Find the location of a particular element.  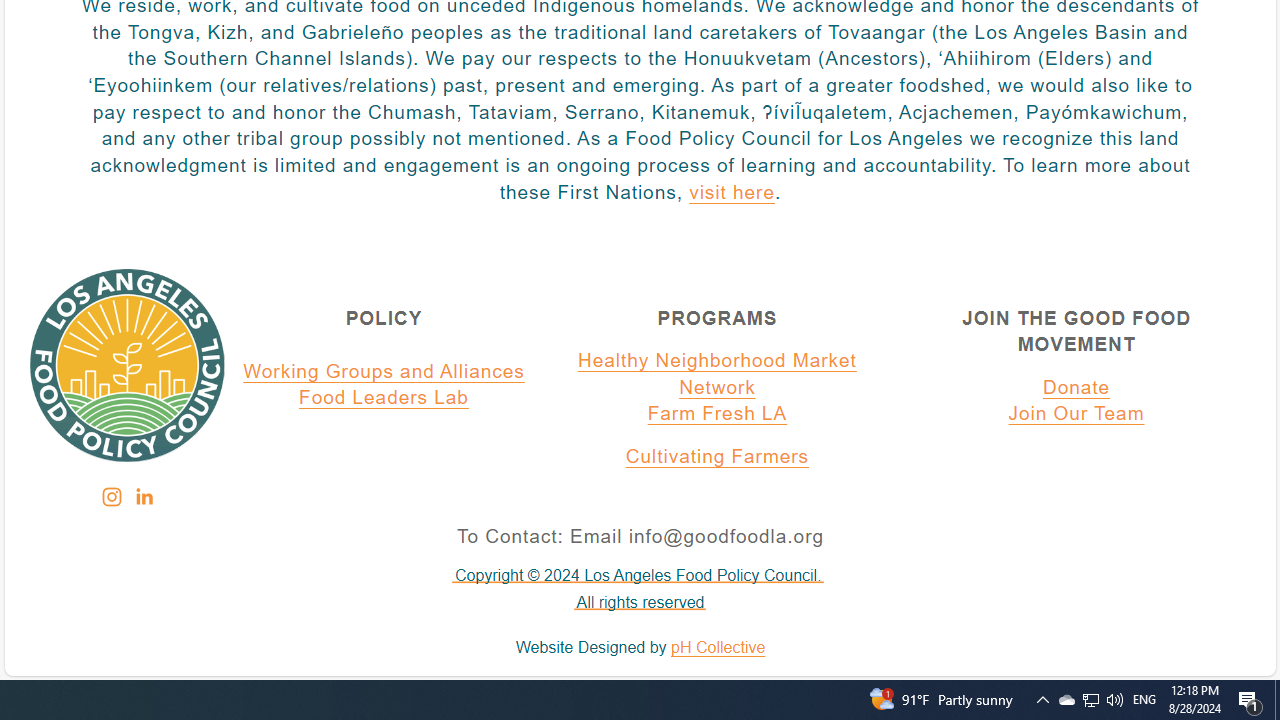

'visit here' is located at coordinates (730, 193).